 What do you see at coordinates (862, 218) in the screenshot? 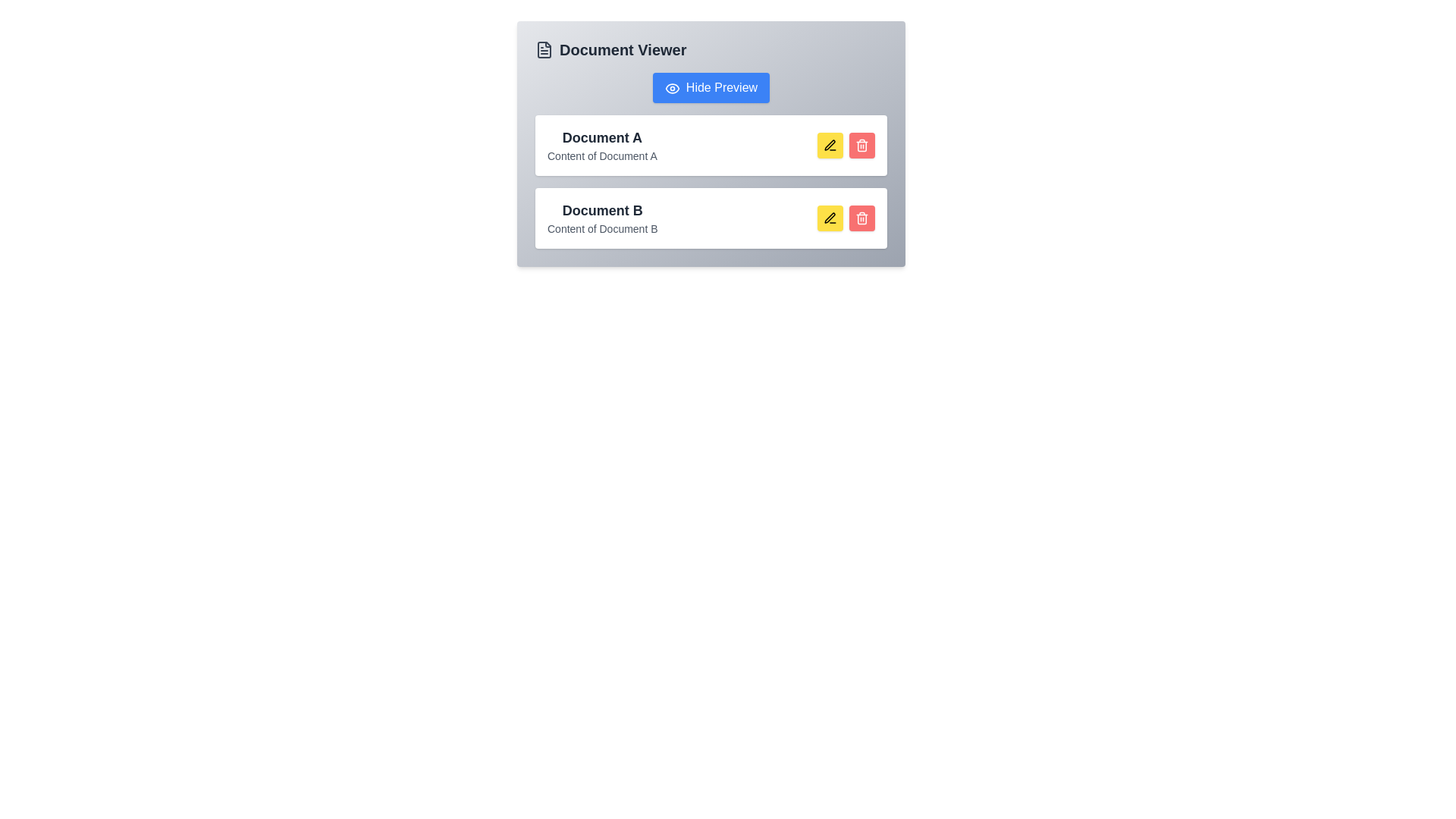
I see `the trash bin icon with a red background, located to the far-right of the 'Document B' text and adjacent to the yellow pencil icon` at bounding box center [862, 218].